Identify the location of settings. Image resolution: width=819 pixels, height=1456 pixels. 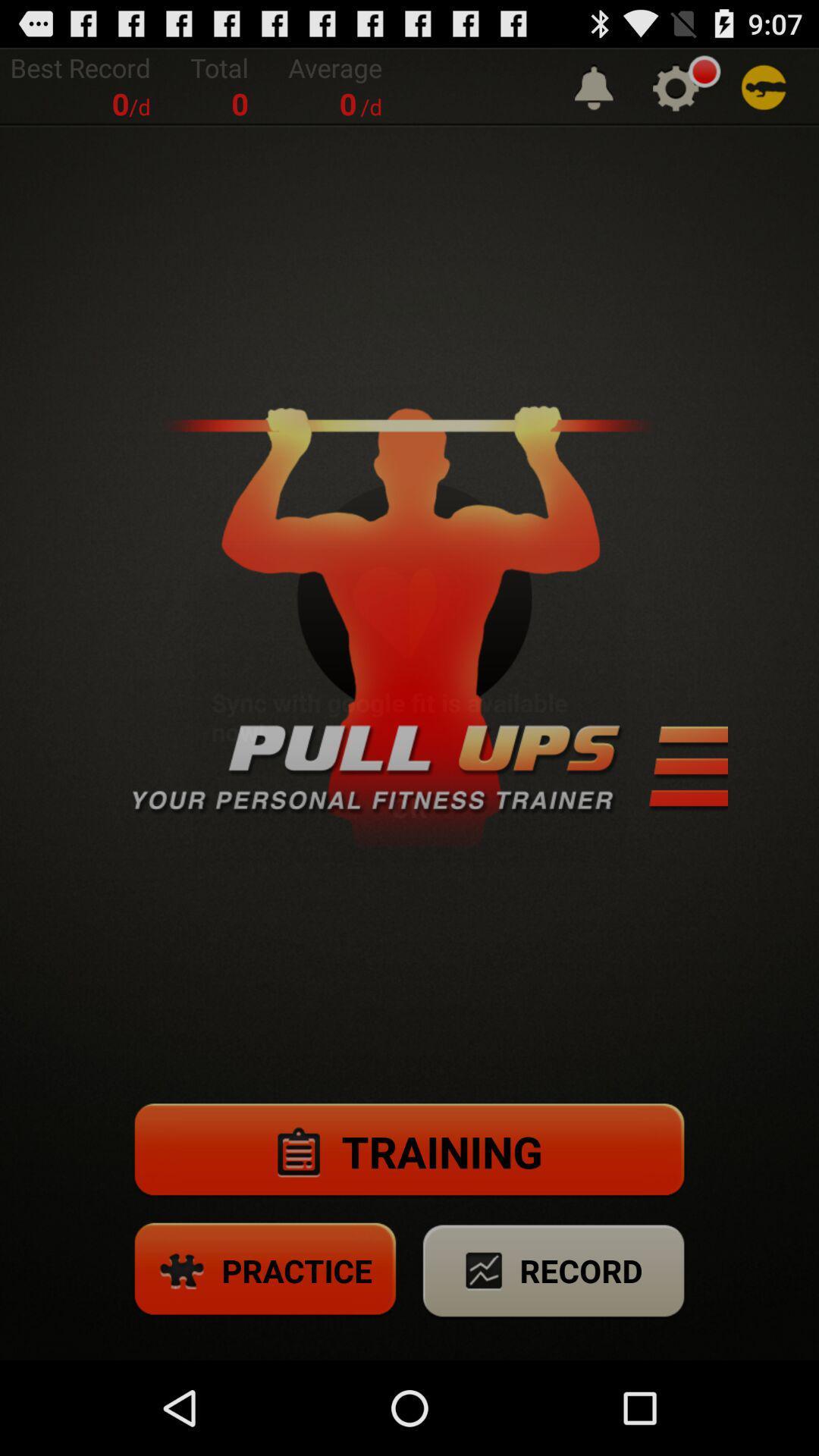
(675, 86).